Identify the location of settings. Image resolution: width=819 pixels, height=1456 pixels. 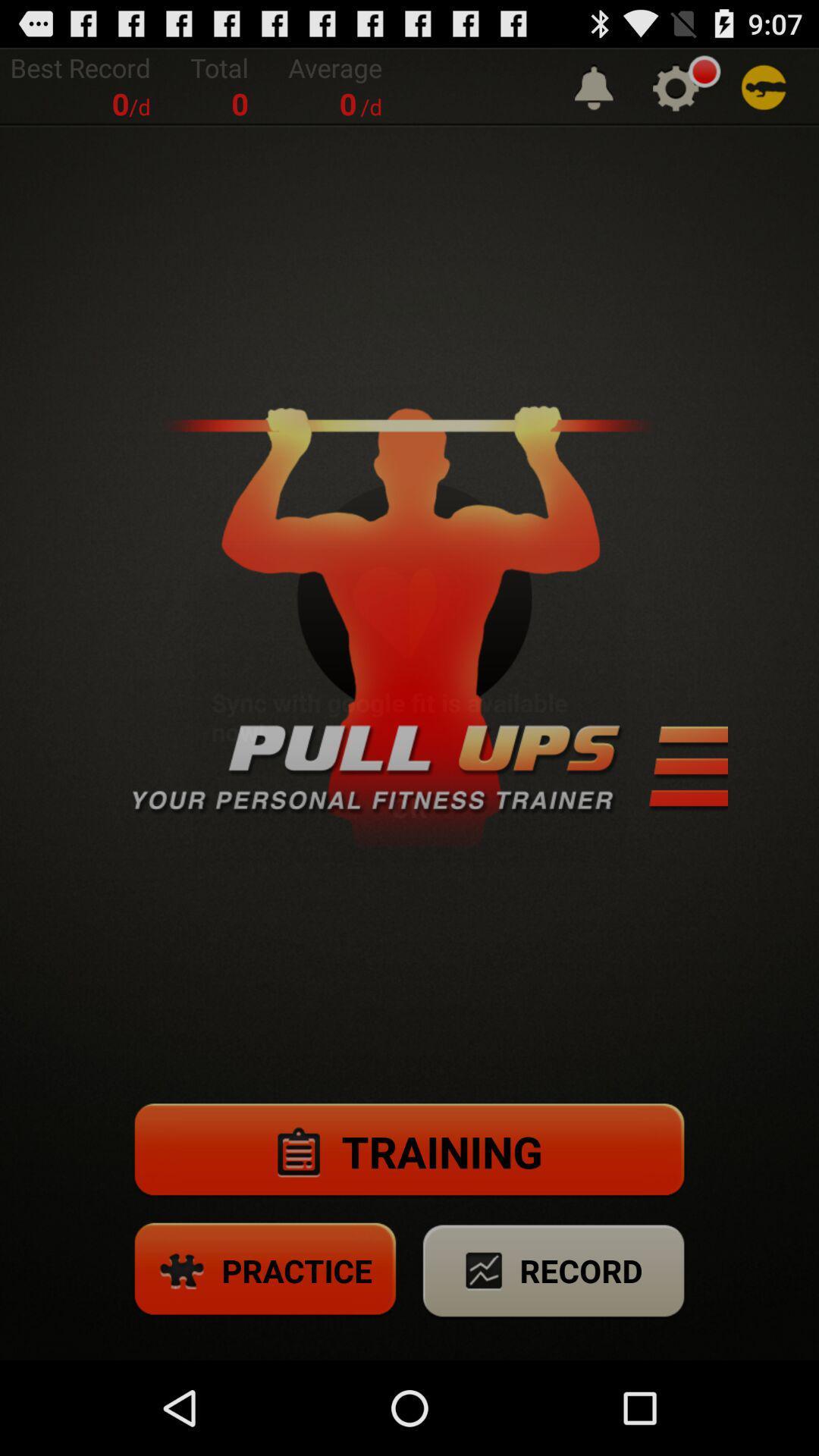
(675, 86).